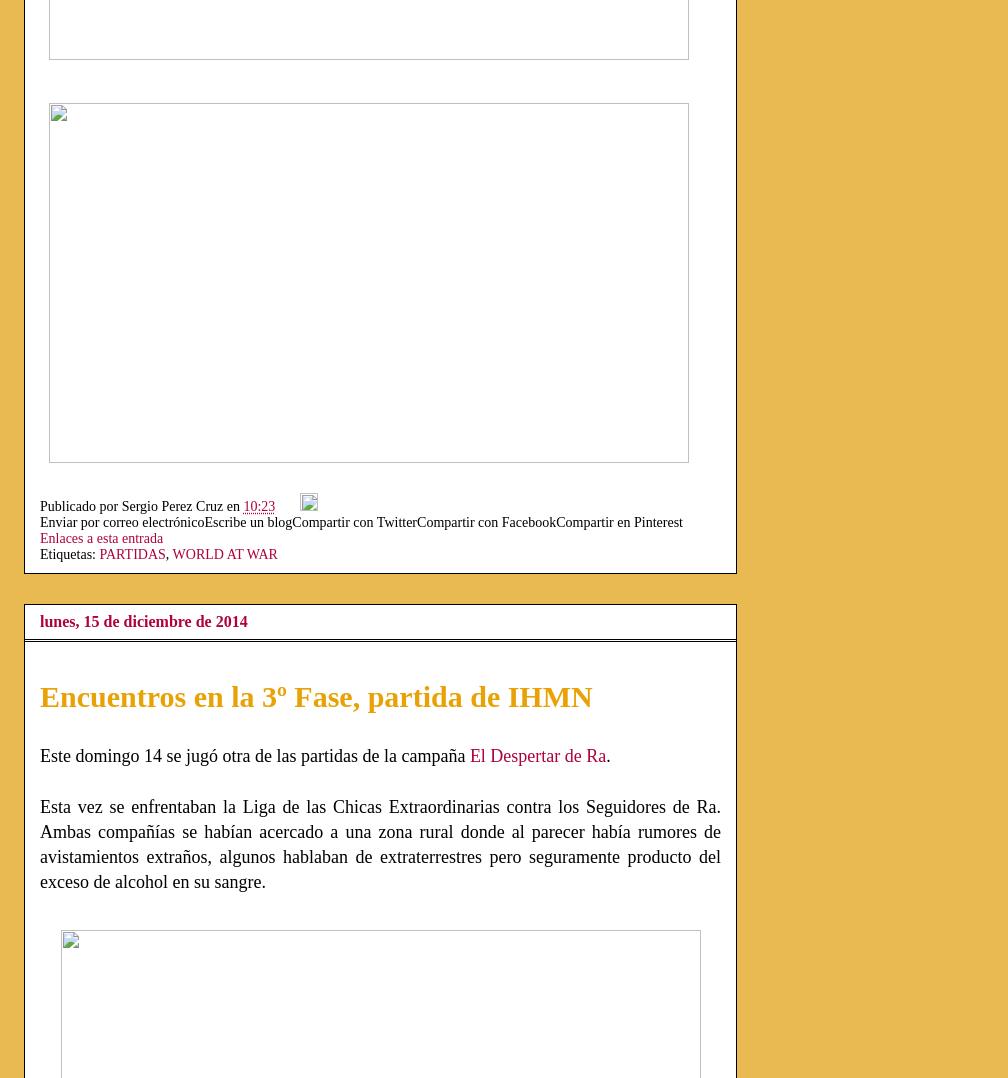 The width and height of the screenshot is (1008, 1078). What do you see at coordinates (354, 522) in the screenshot?
I see `'Compartir con Twitter'` at bounding box center [354, 522].